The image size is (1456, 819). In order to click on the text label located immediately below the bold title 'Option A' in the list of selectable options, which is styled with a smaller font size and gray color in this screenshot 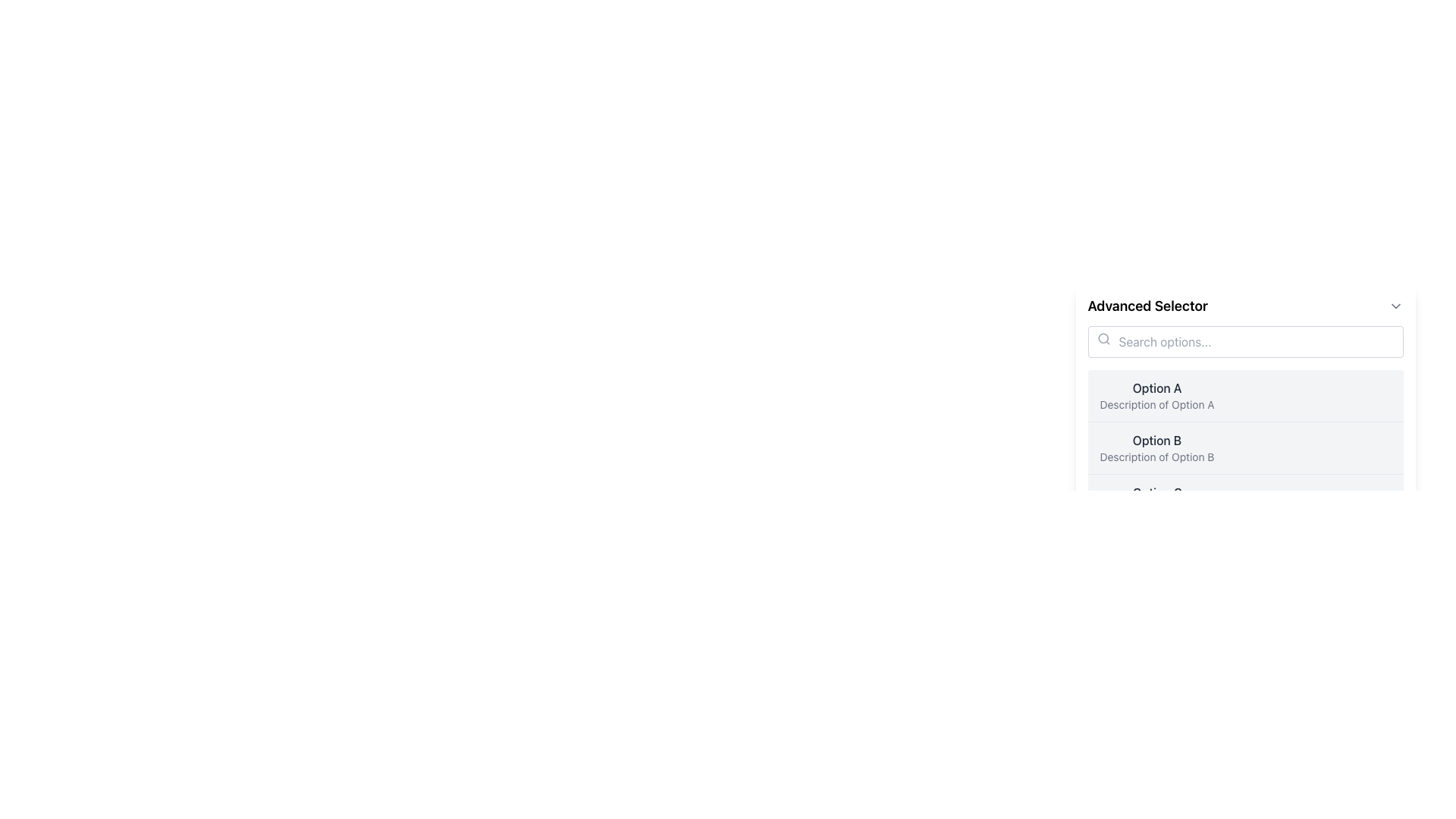, I will do `click(1156, 403)`.